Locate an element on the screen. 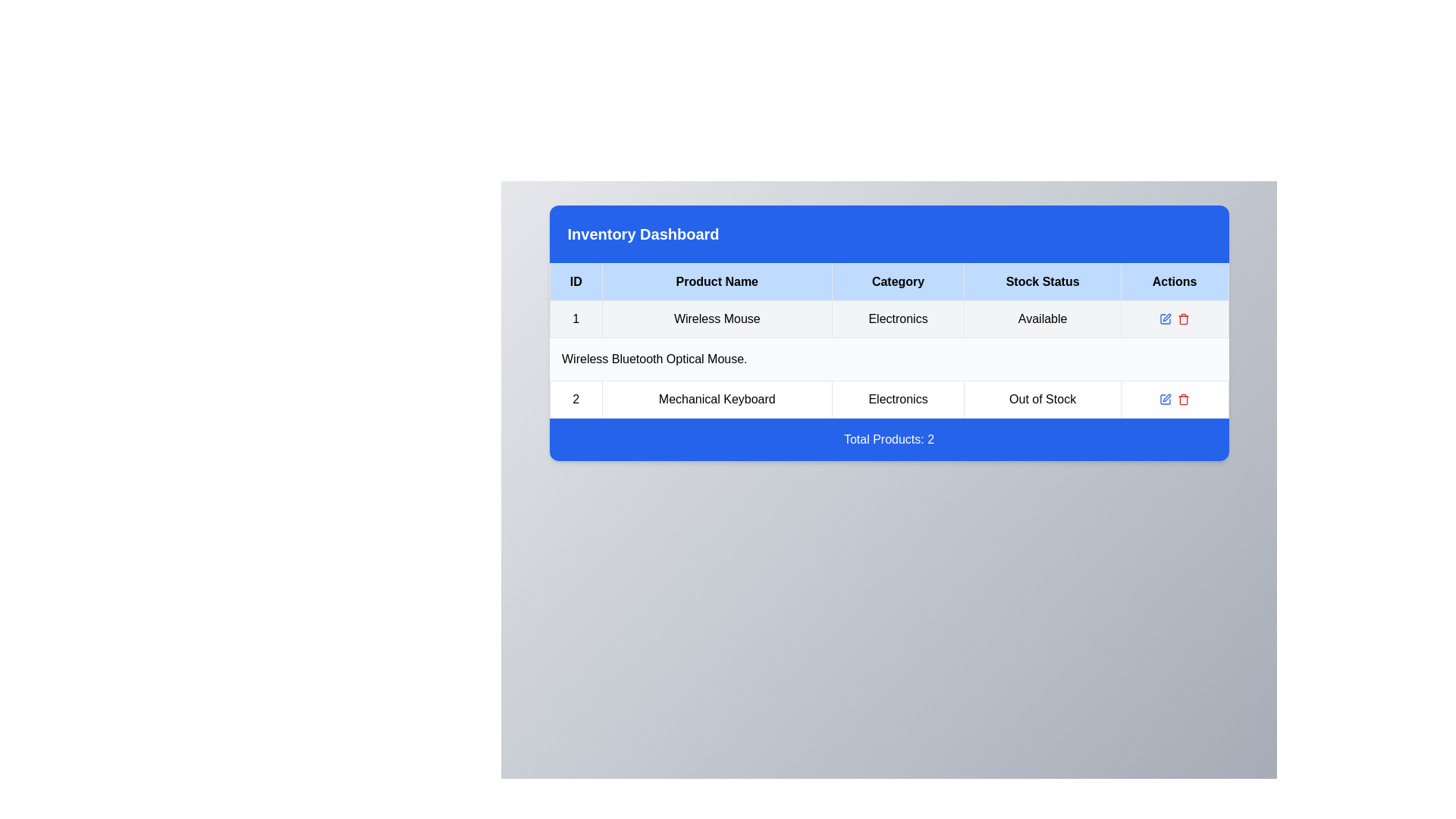  the text label 'Electronics' in the third cell of the first row of the 'Category' column within the product table is located at coordinates (898, 318).